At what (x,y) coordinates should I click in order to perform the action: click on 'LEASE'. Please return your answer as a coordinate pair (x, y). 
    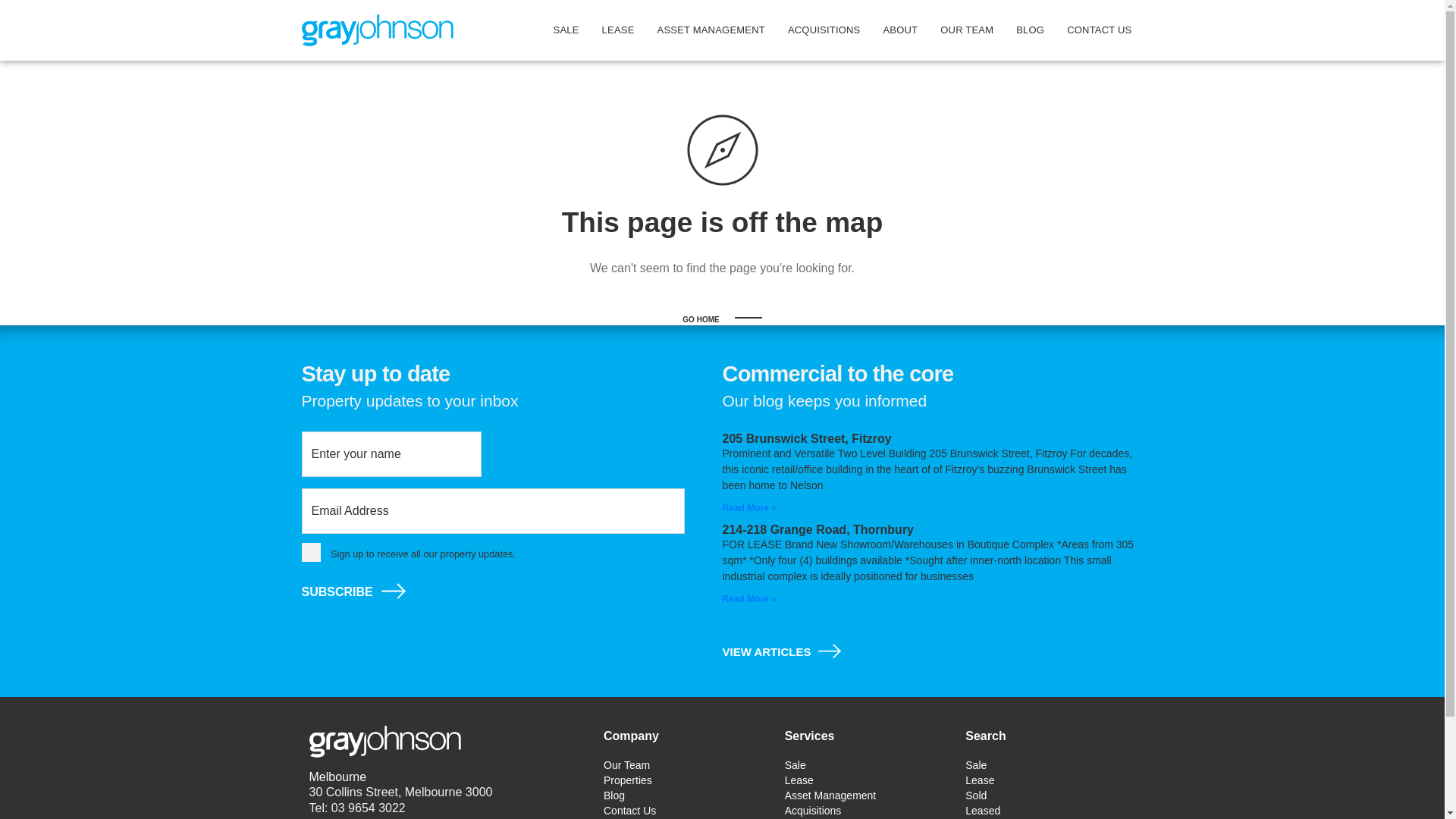
    Looking at the image, I should click on (618, 30).